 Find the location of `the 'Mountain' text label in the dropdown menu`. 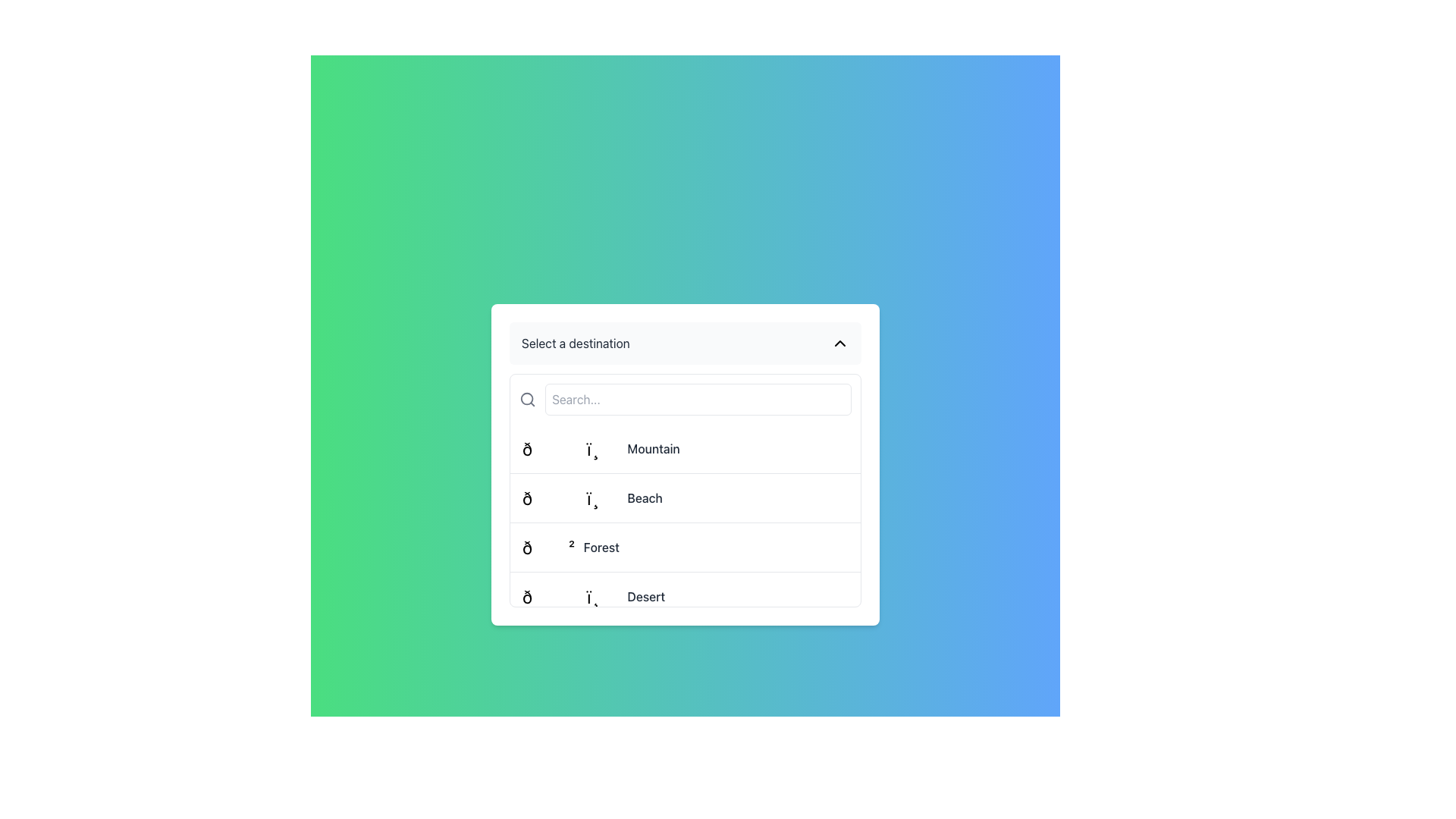

the 'Mountain' text label in the dropdown menu is located at coordinates (654, 447).